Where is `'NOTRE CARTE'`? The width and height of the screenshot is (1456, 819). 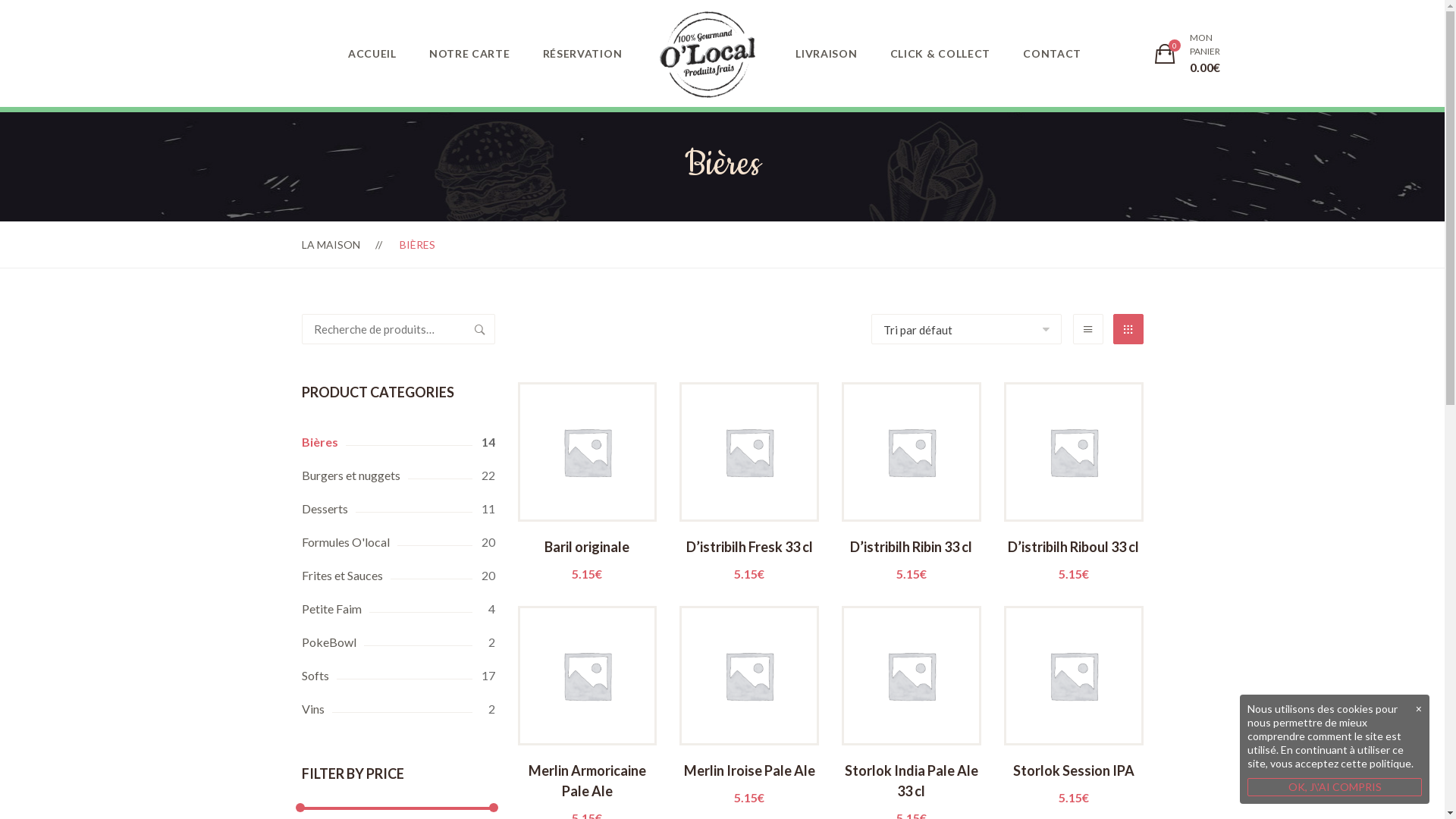 'NOTRE CARTE' is located at coordinates (469, 52).